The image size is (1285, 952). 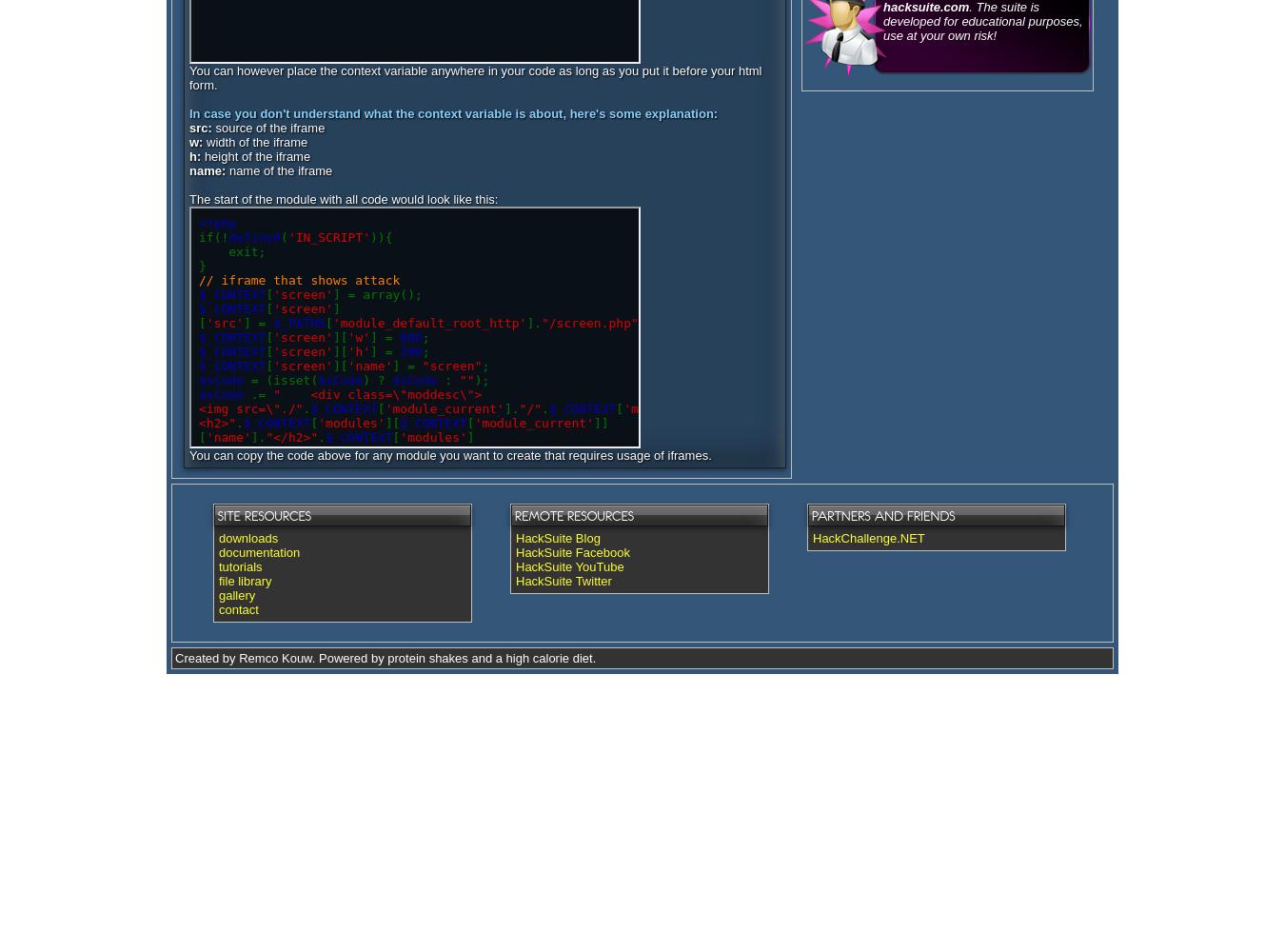 What do you see at coordinates (247, 537) in the screenshot?
I see `'downloads'` at bounding box center [247, 537].